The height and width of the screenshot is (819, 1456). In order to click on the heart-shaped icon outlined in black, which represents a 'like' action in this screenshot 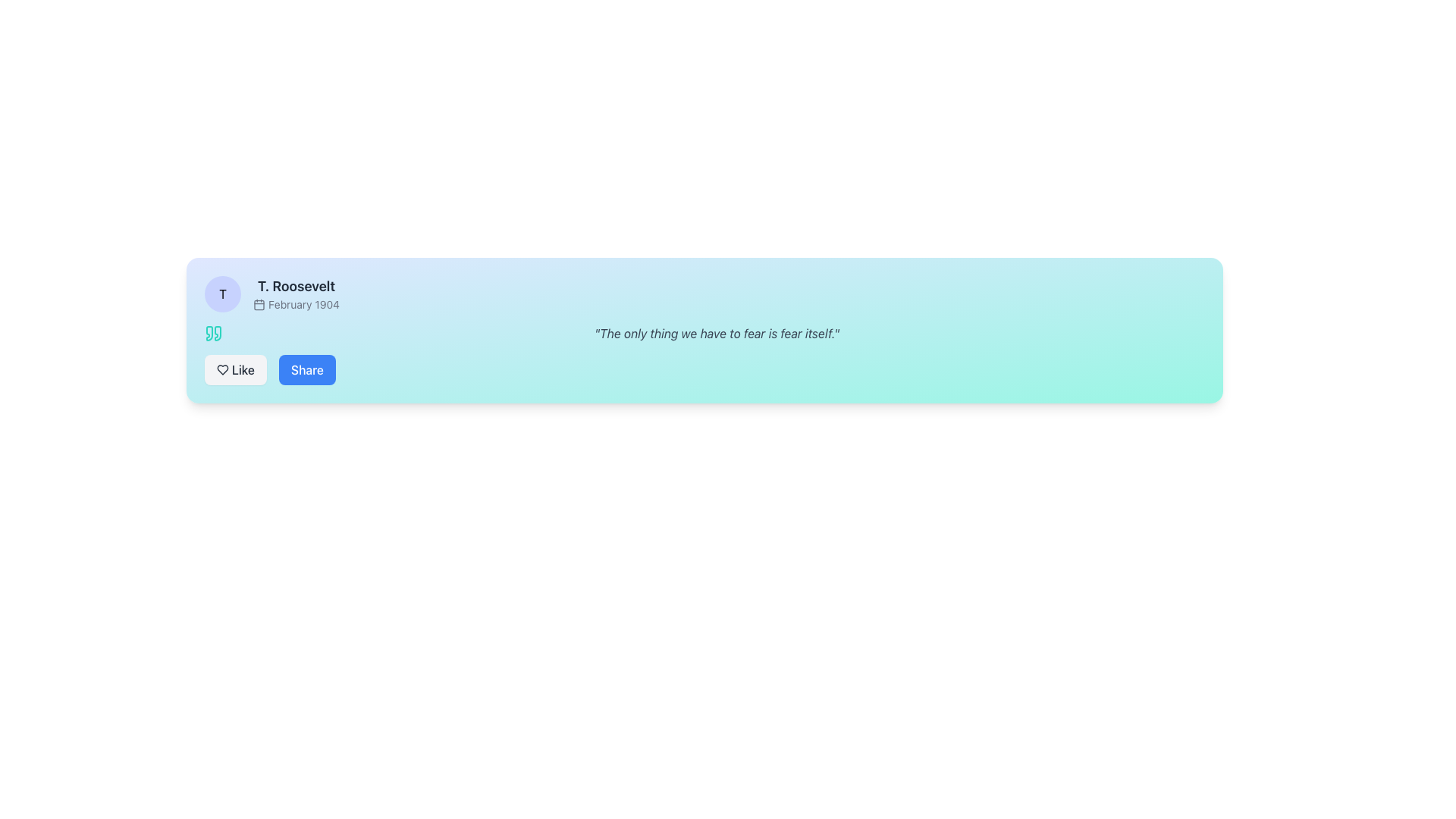, I will do `click(221, 370)`.